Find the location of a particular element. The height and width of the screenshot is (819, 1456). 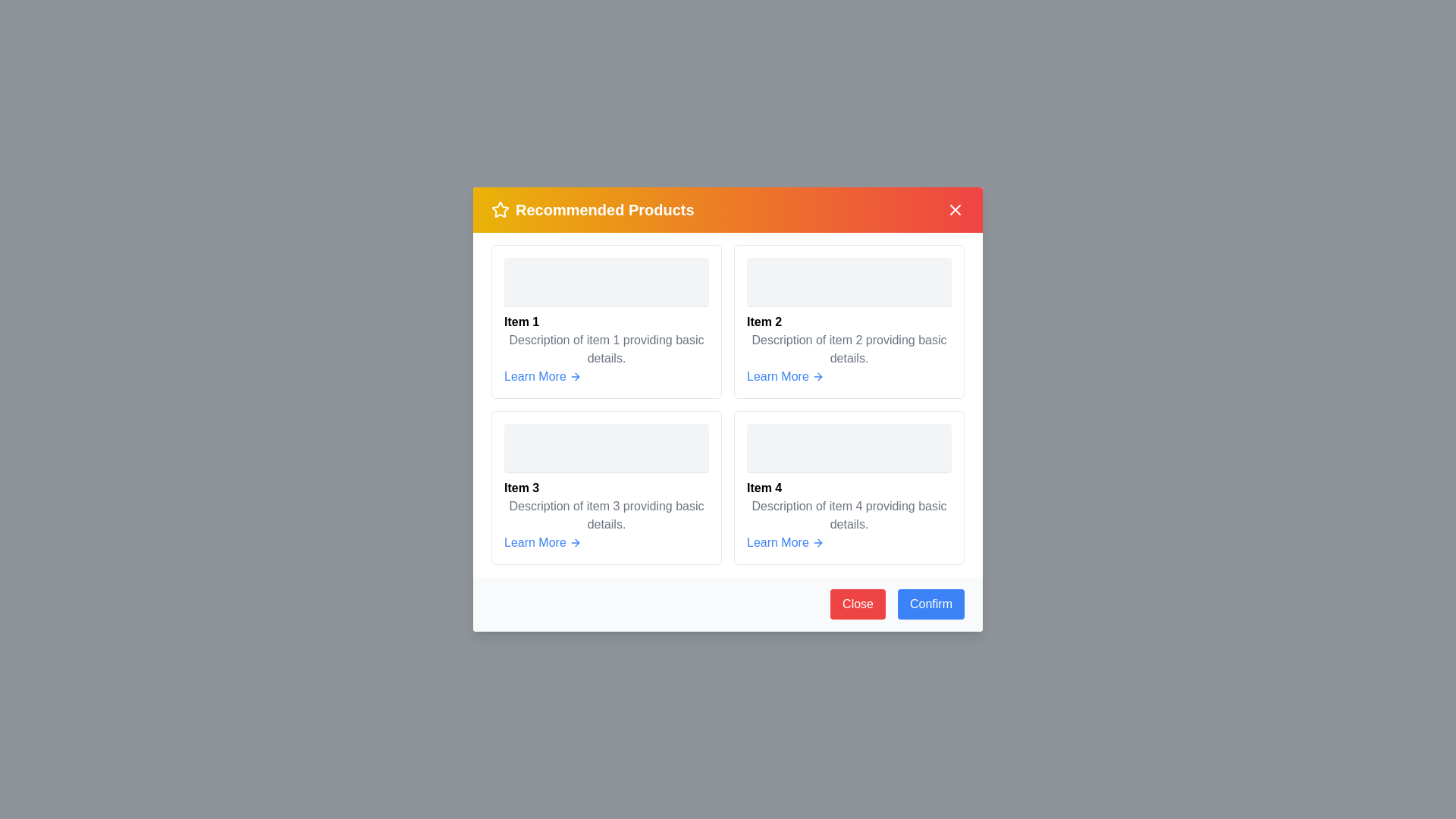

the 'Learn More' link for item 2 is located at coordinates (785, 376).